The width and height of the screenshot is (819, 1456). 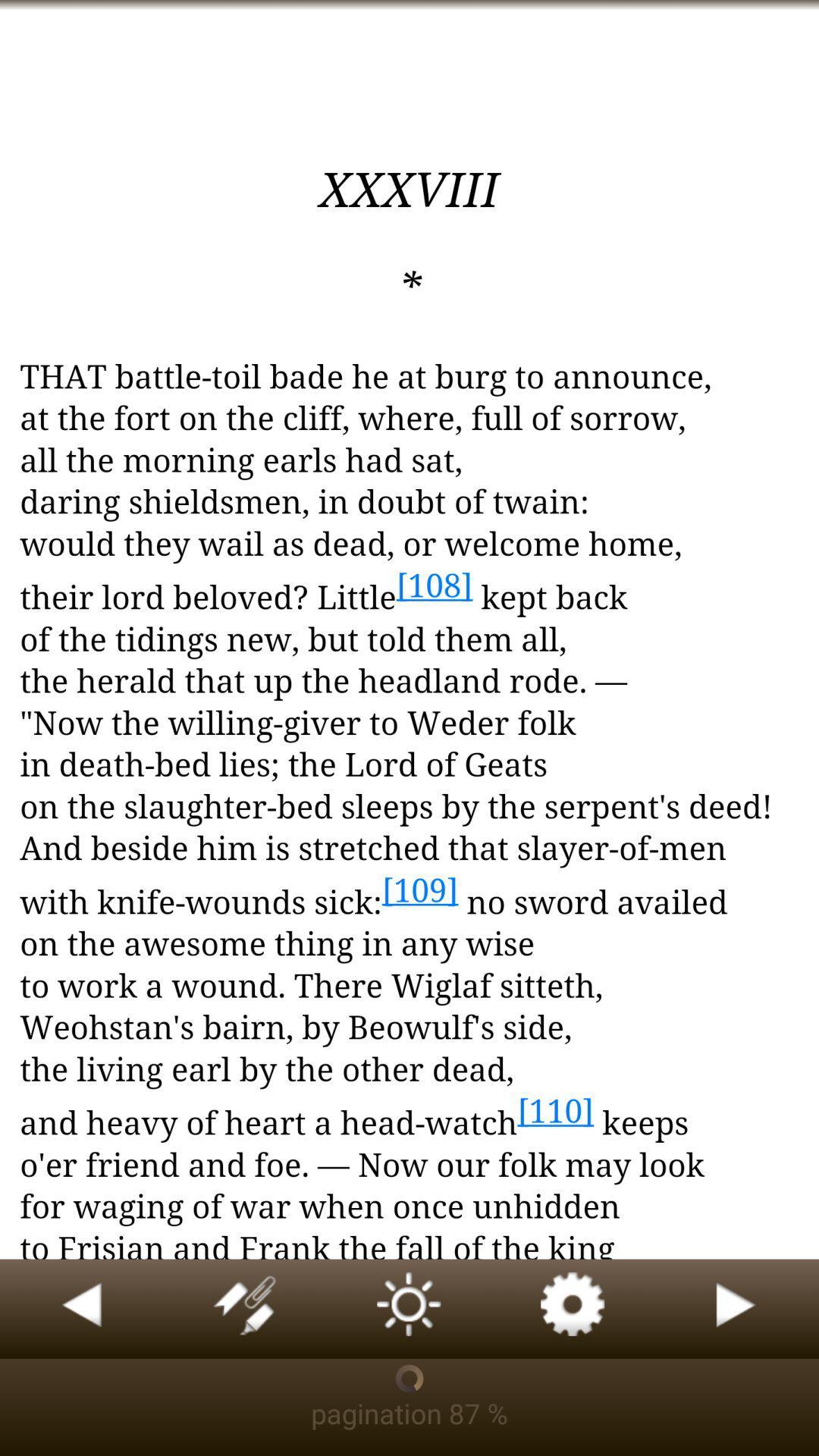 I want to click on book reader, so click(x=736, y=1308).